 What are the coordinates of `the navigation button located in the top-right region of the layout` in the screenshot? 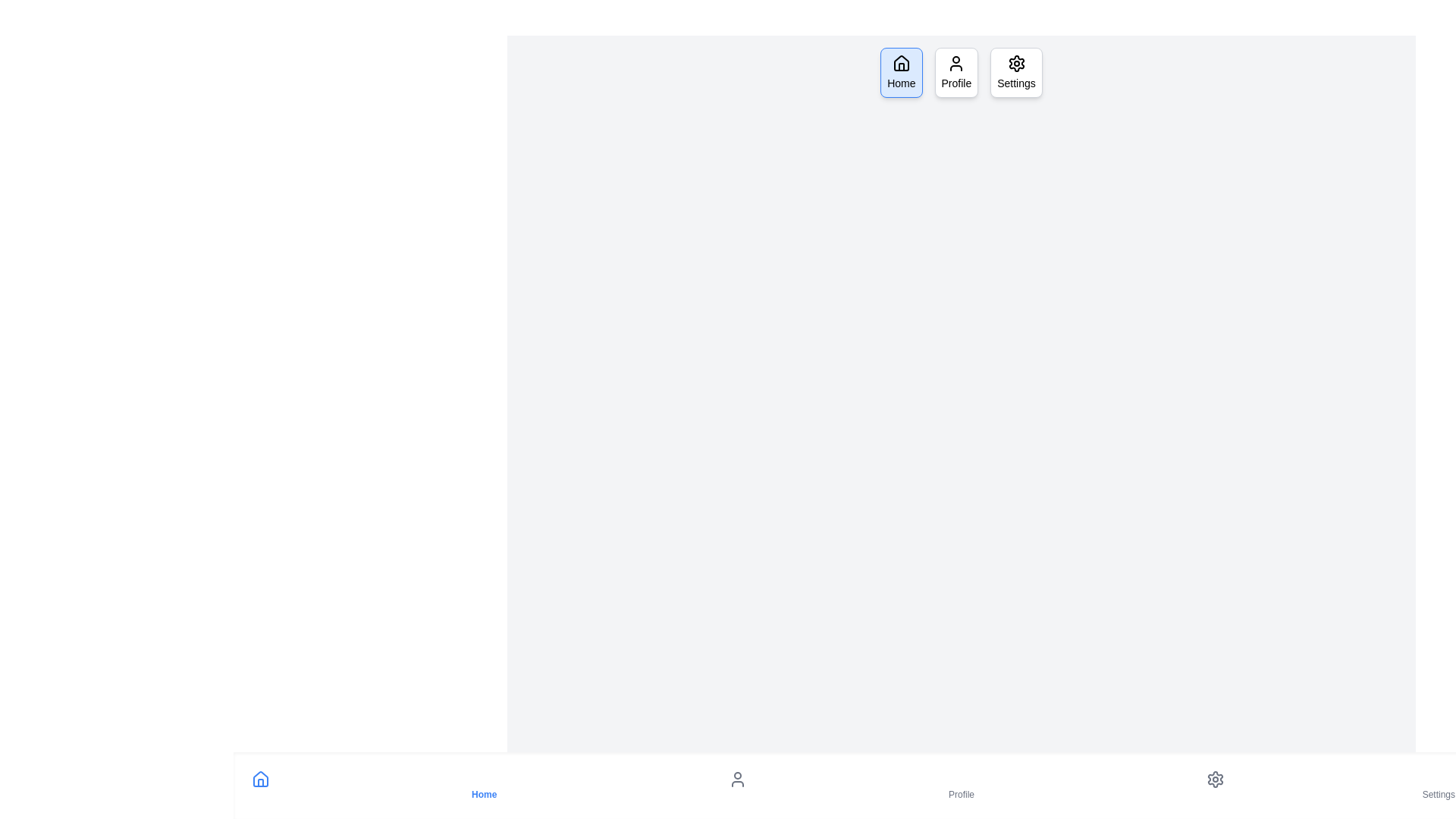 It's located at (1016, 73).